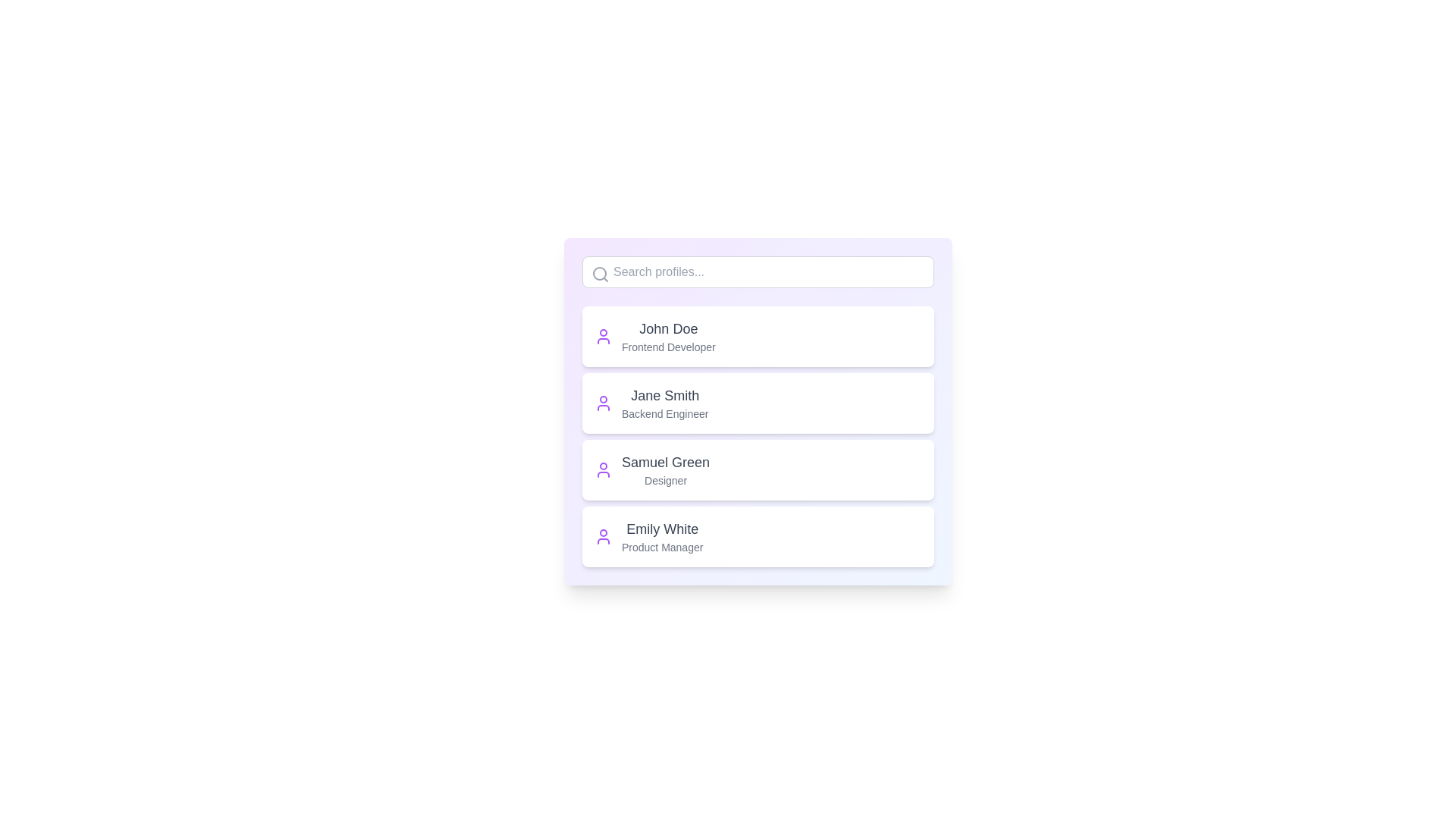 This screenshot has height=819, width=1456. What do you see at coordinates (758, 403) in the screenshot?
I see `the second profile card in the vertical list` at bounding box center [758, 403].